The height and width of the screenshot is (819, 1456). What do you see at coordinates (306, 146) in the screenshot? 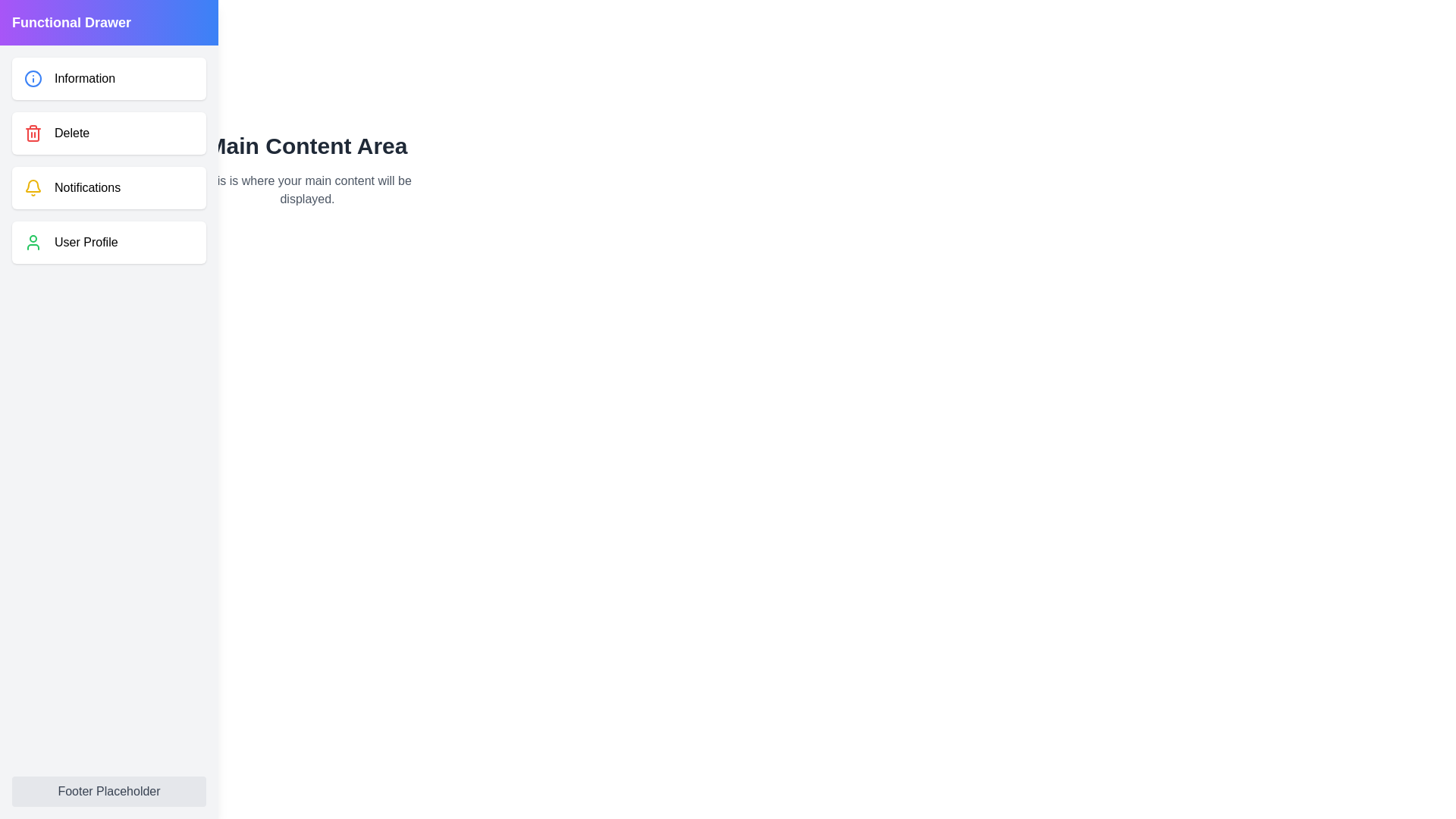
I see `header text element which serves as the title for the main content area, centered above the descriptive text` at bounding box center [306, 146].